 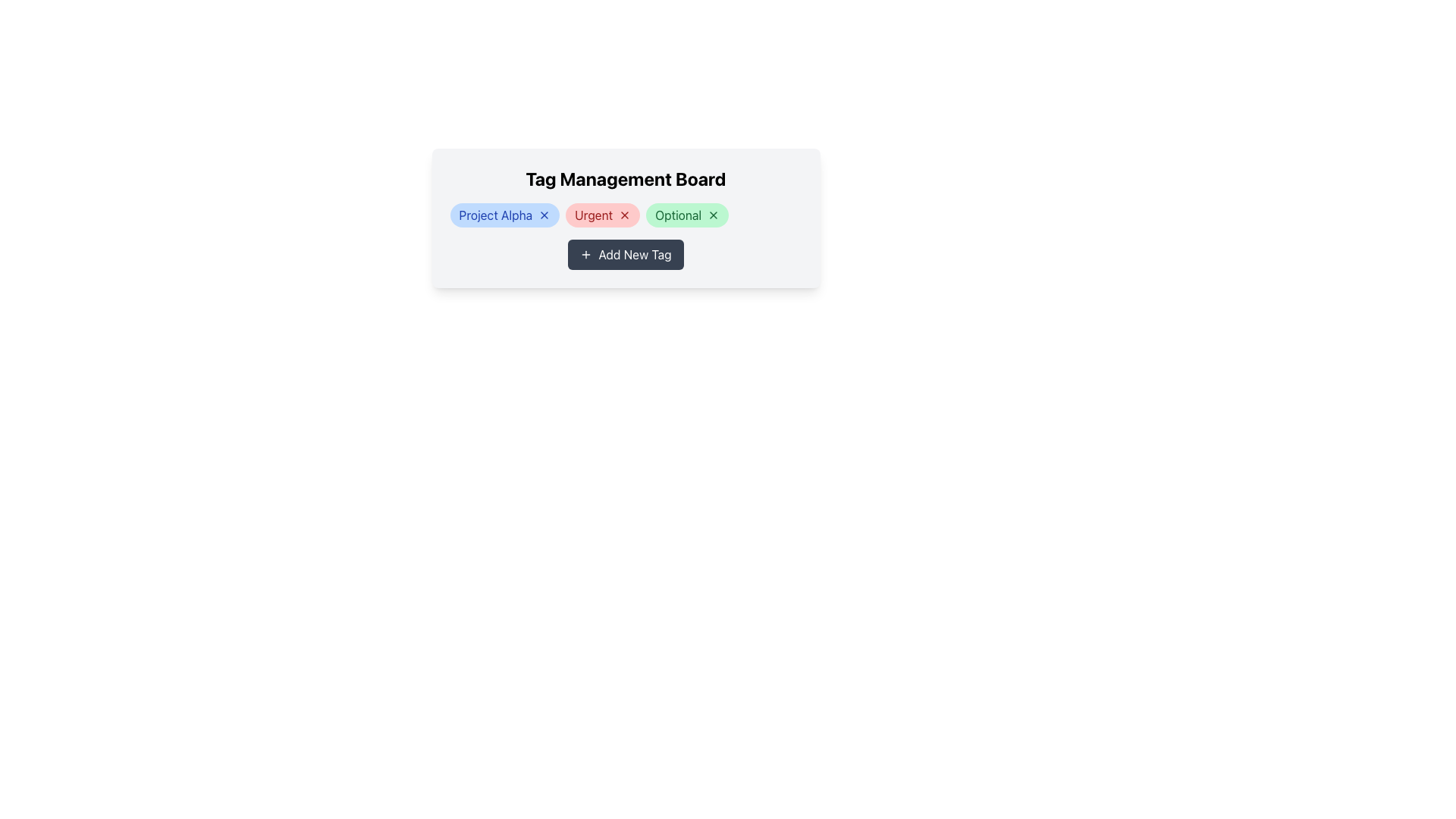 What do you see at coordinates (585, 253) in the screenshot?
I see `the button labeled 'Add New Tag' that contains the icon representing the action of adding a new item or tag to initiate the addition of a new tag` at bounding box center [585, 253].